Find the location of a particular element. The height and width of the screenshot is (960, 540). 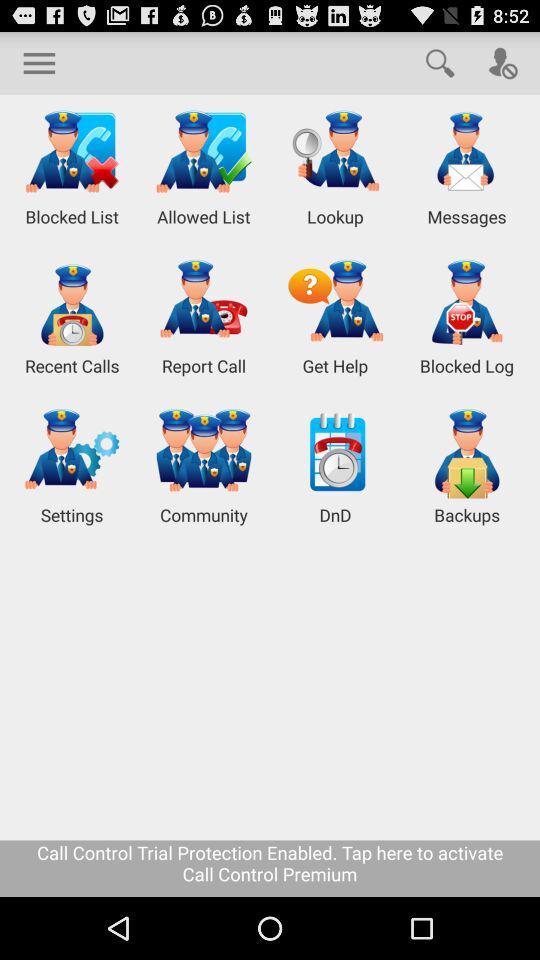

the menu icon is located at coordinates (39, 67).